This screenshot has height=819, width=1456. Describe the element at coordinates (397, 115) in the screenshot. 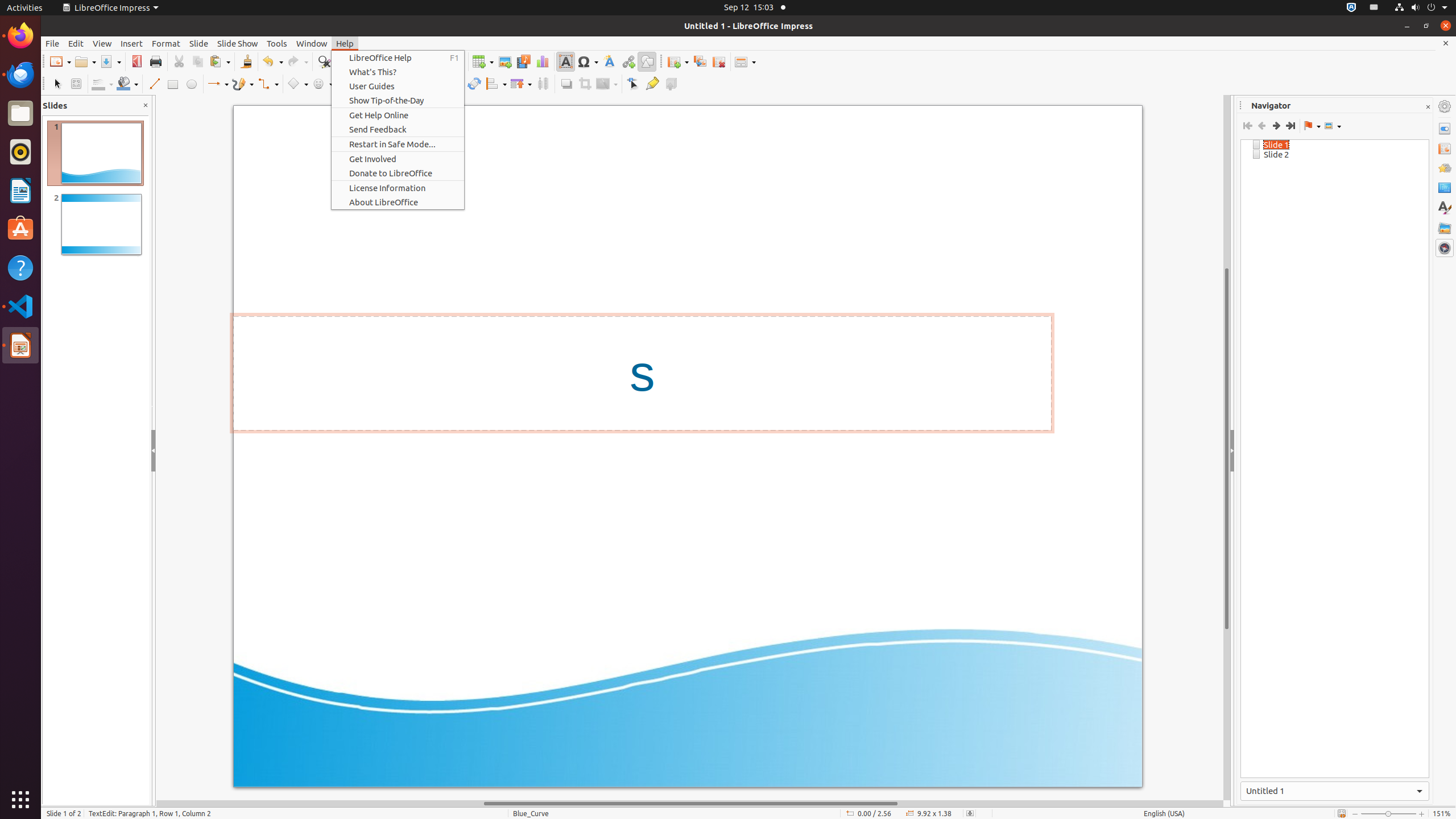

I see `'Get Help Online'` at that location.